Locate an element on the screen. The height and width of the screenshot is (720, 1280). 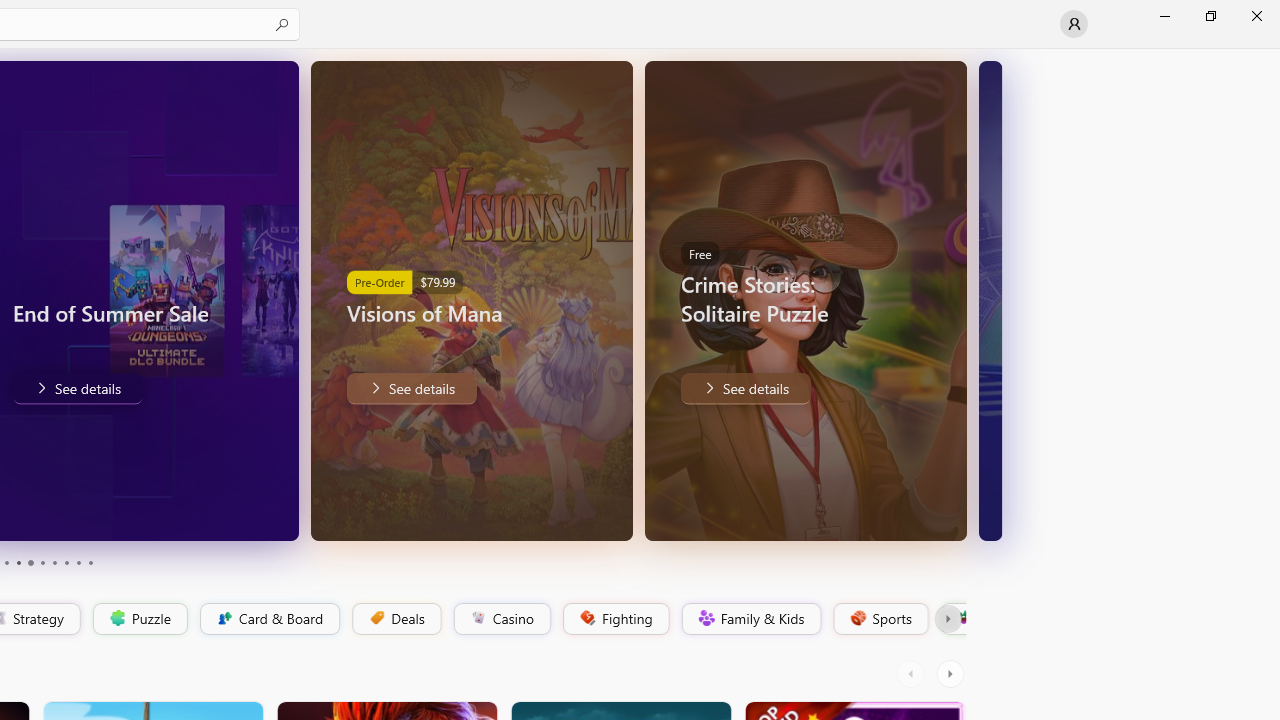
'Page 9' is located at coordinates (78, 563).